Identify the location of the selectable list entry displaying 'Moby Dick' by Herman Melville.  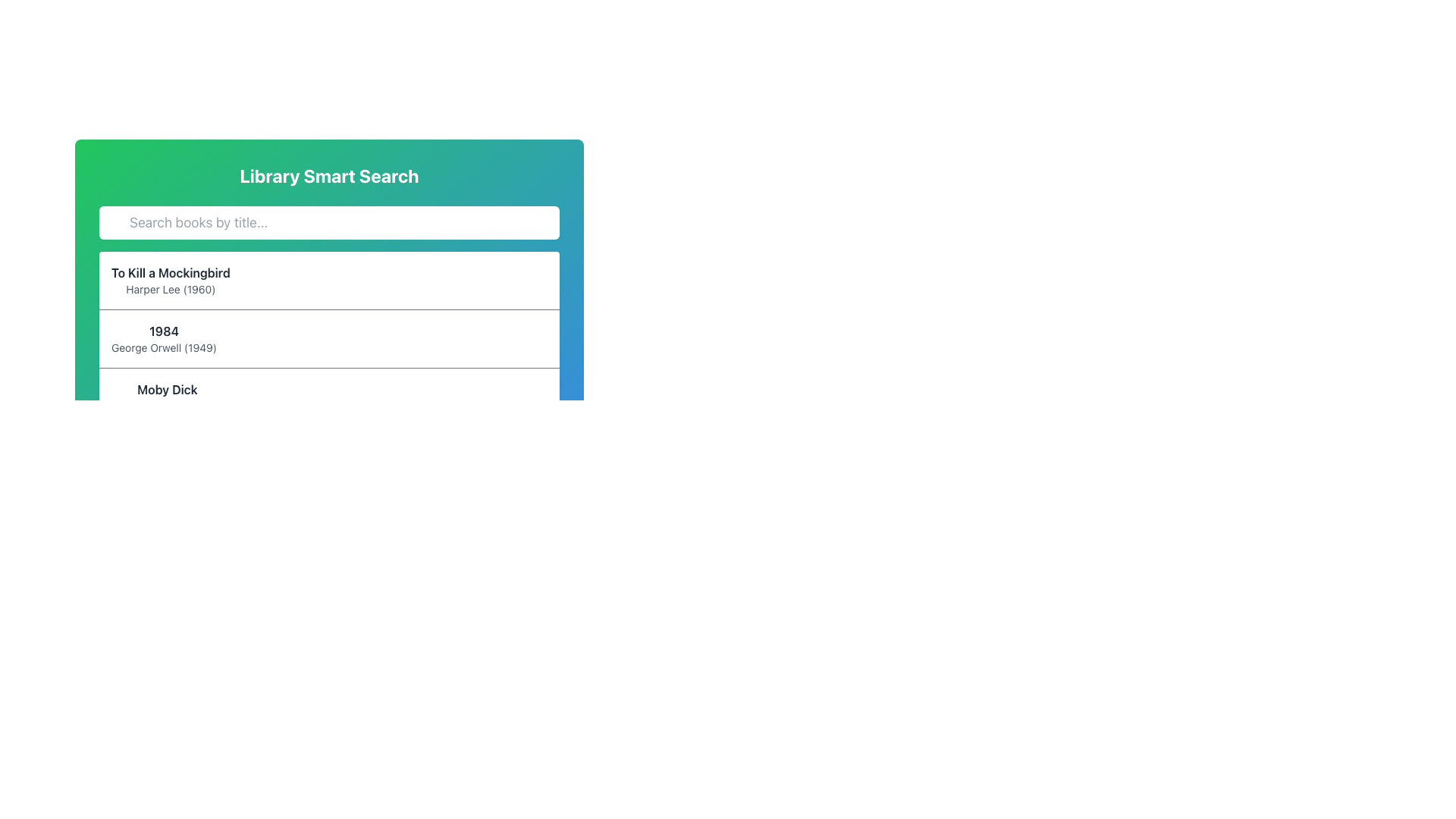
(328, 396).